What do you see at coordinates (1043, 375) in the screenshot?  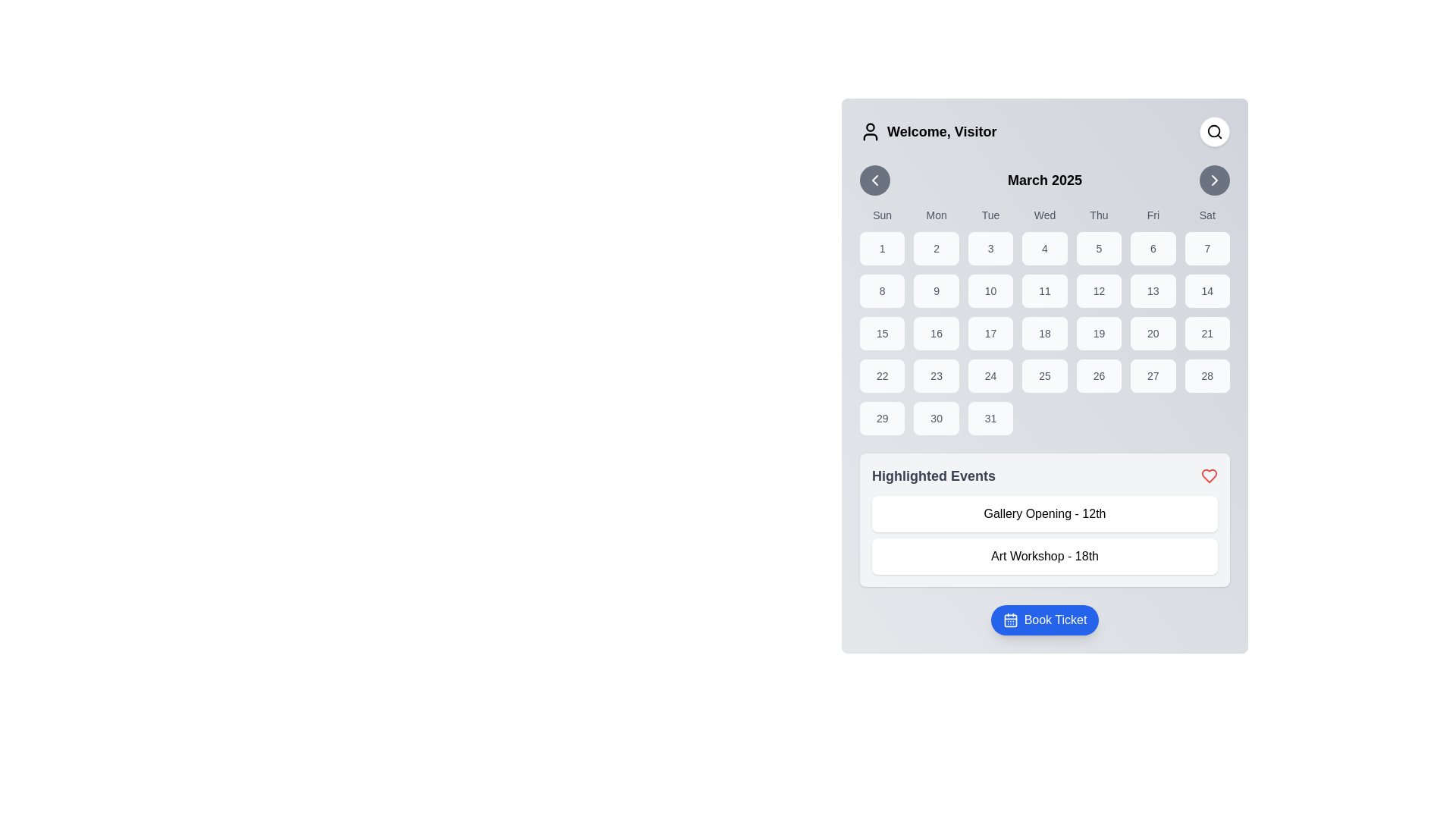 I see `the rounded rectangular button labeled '25' in the date buttons of the calendar grid, which corresponds to Wednesday of the fifth week in March 2025` at bounding box center [1043, 375].